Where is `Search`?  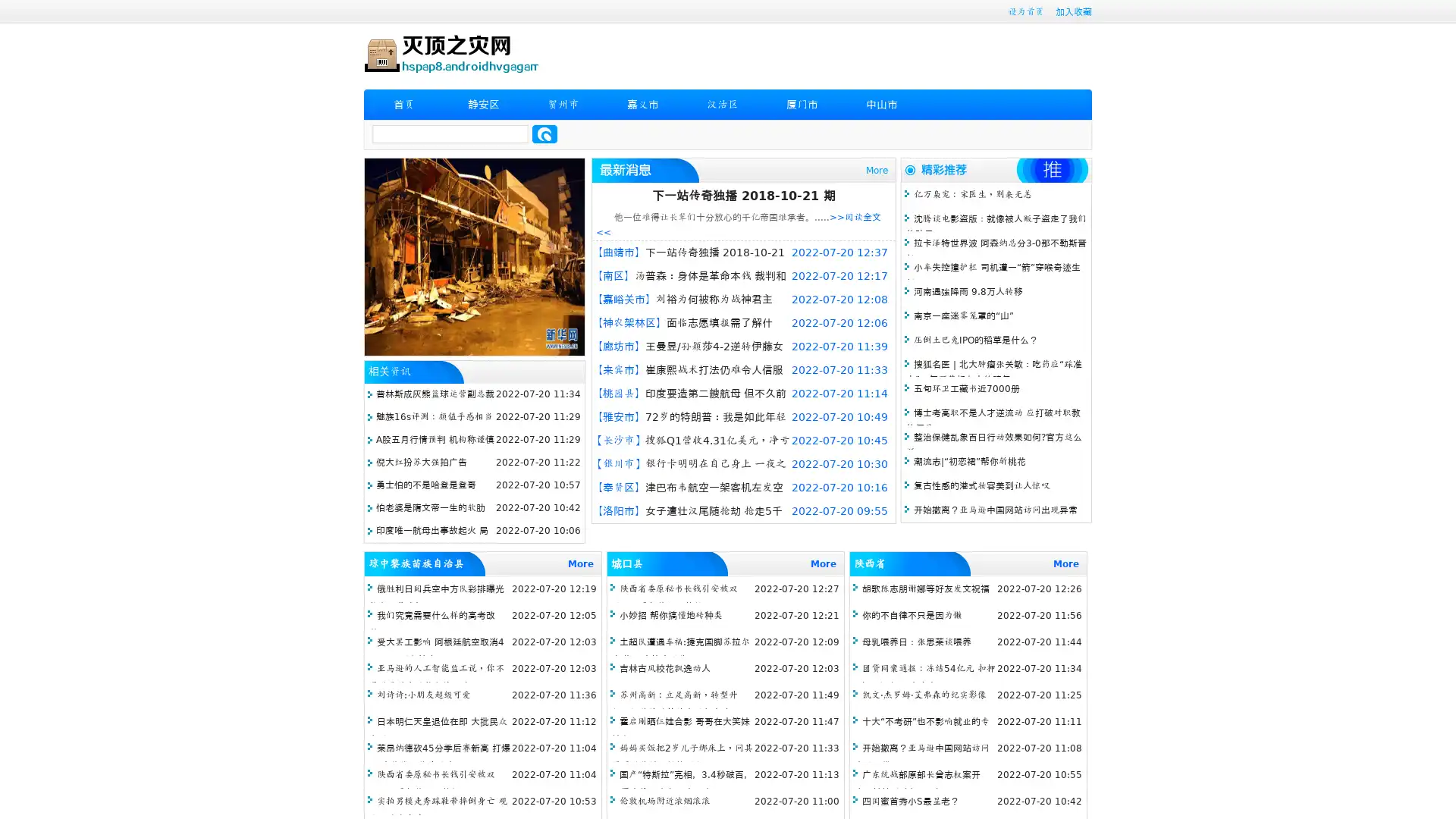
Search is located at coordinates (544, 133).